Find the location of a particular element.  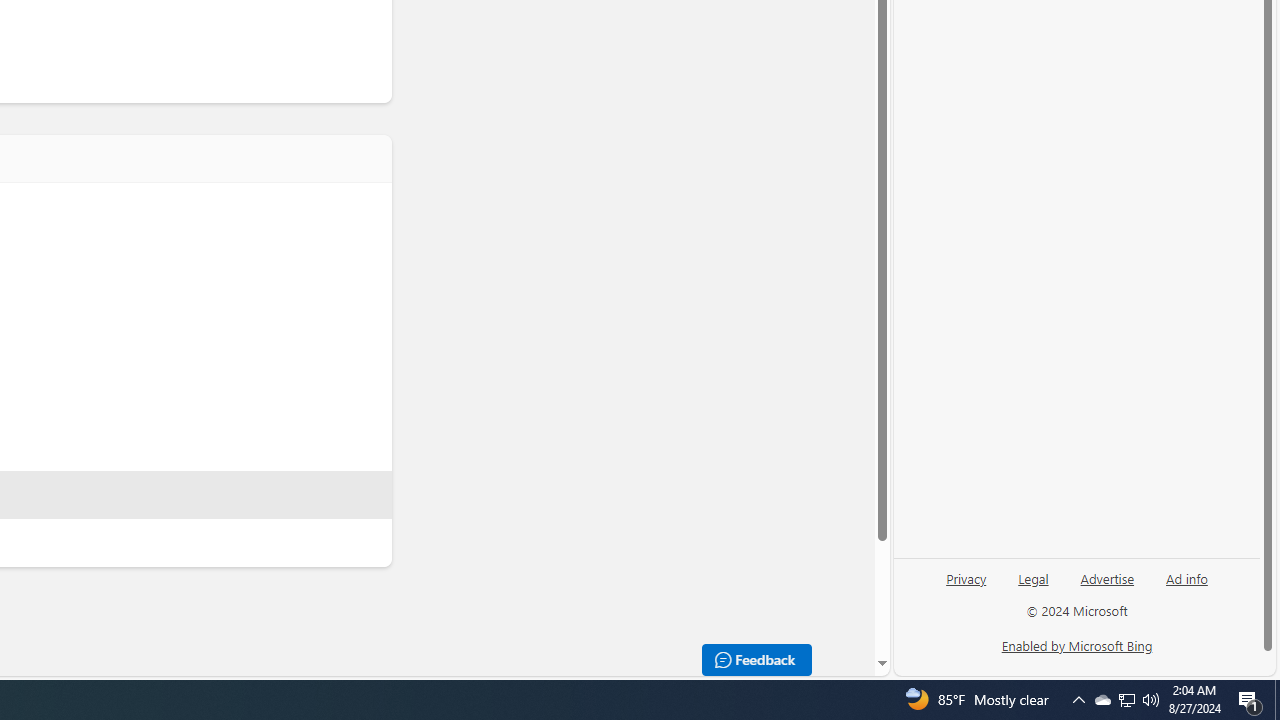

'Legal' is located at coordinates (1033, 585).